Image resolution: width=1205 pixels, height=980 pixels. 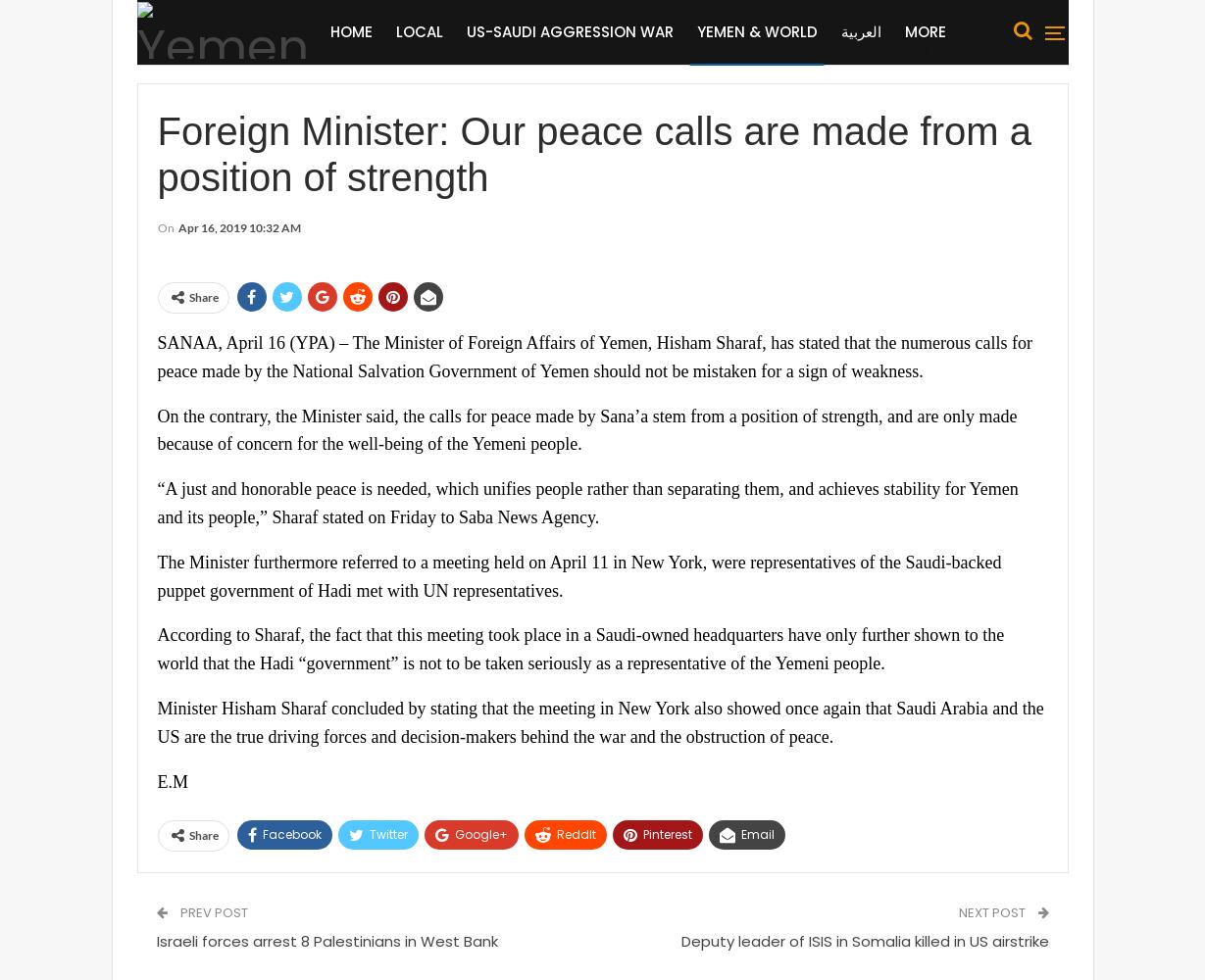 What do you see at coordinates (738, 833) in the screenshot?
I see `'Email'` at bounding box center [738, 833].